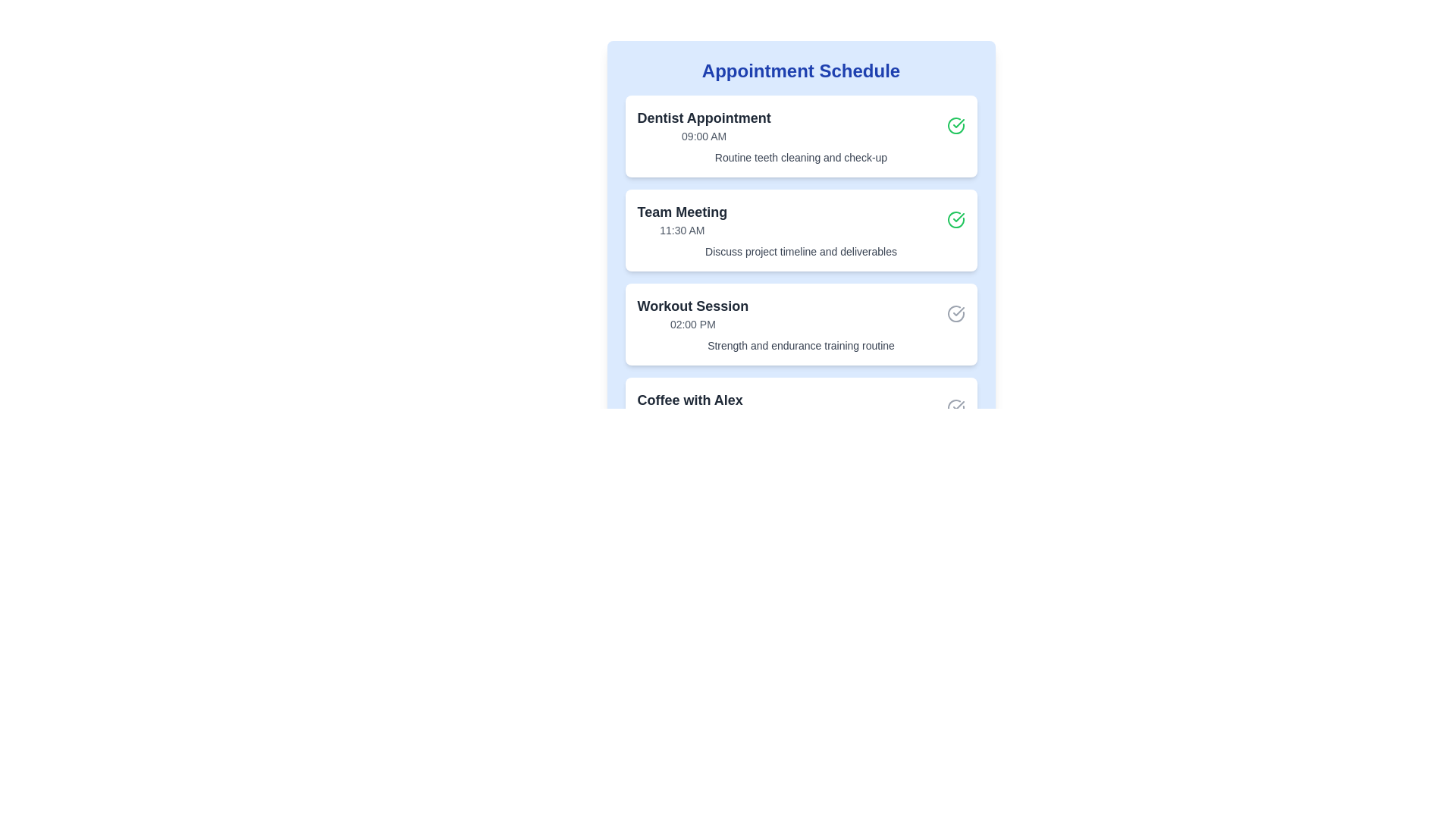  Describe the element at coordinates (689, 406) in the screenshot. I see `the appointment list item titled 'Coffee with Alex' that shows the time '04:00 PM', which is the last item in the schedule list` at that location.